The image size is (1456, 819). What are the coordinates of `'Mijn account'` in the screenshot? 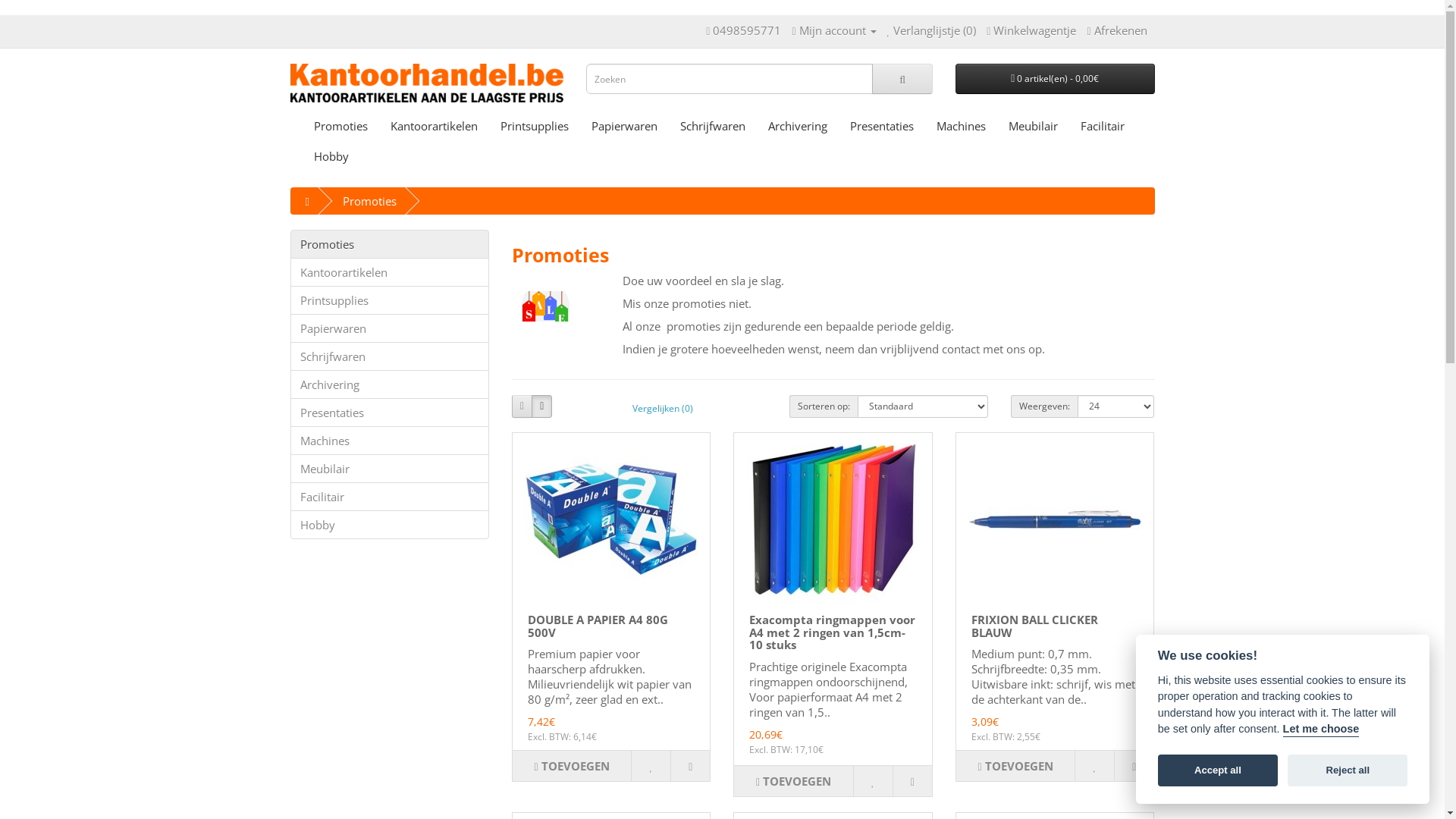 It's located at (790, 30).